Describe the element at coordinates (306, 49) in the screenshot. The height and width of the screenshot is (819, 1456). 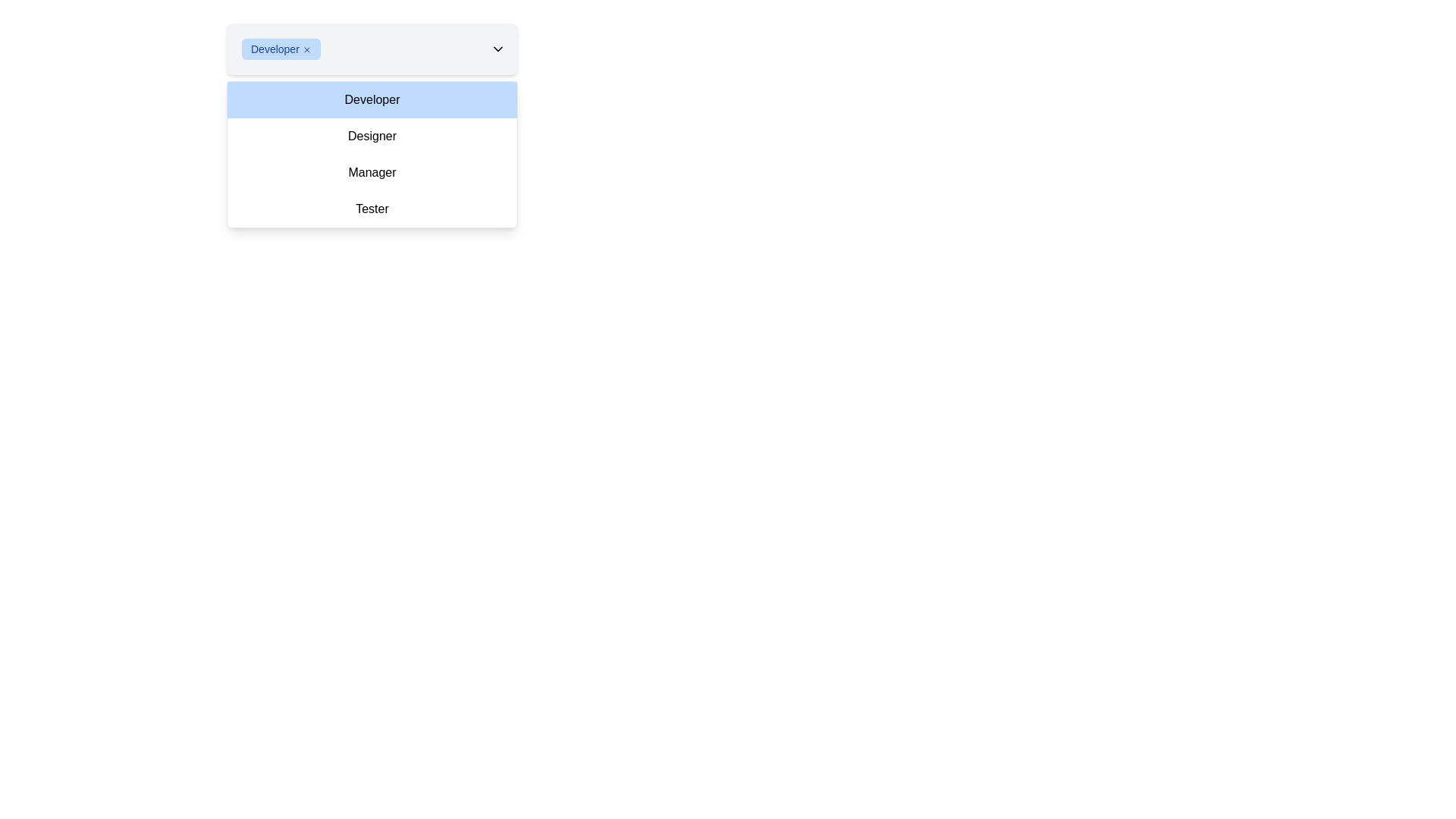
I see `the close icon button located at the rightmost end of the blue label displaying the text 'Developer'` at that location.